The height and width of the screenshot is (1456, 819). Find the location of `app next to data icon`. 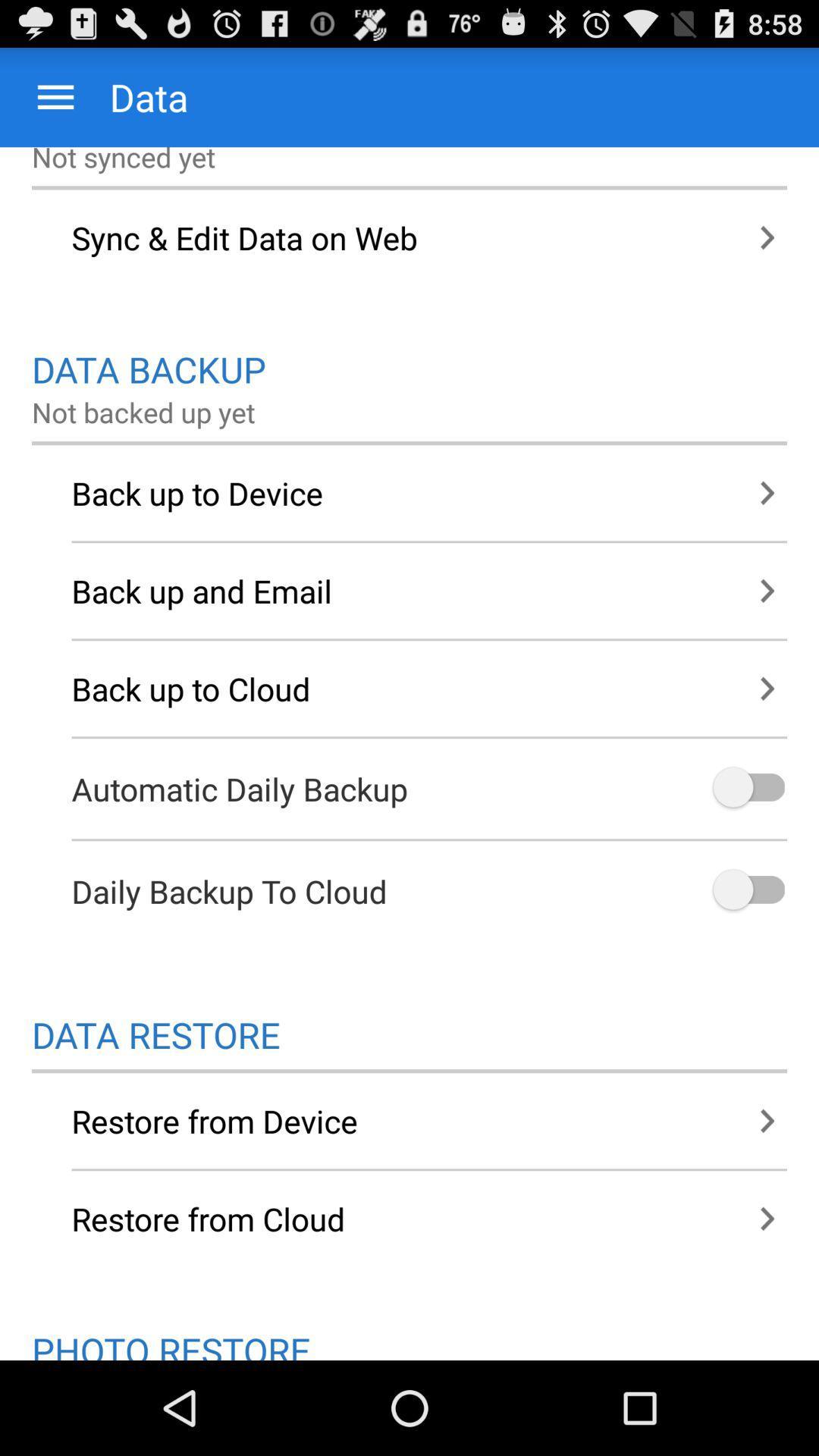

app next to data icon is located at coordinates (55, 96).